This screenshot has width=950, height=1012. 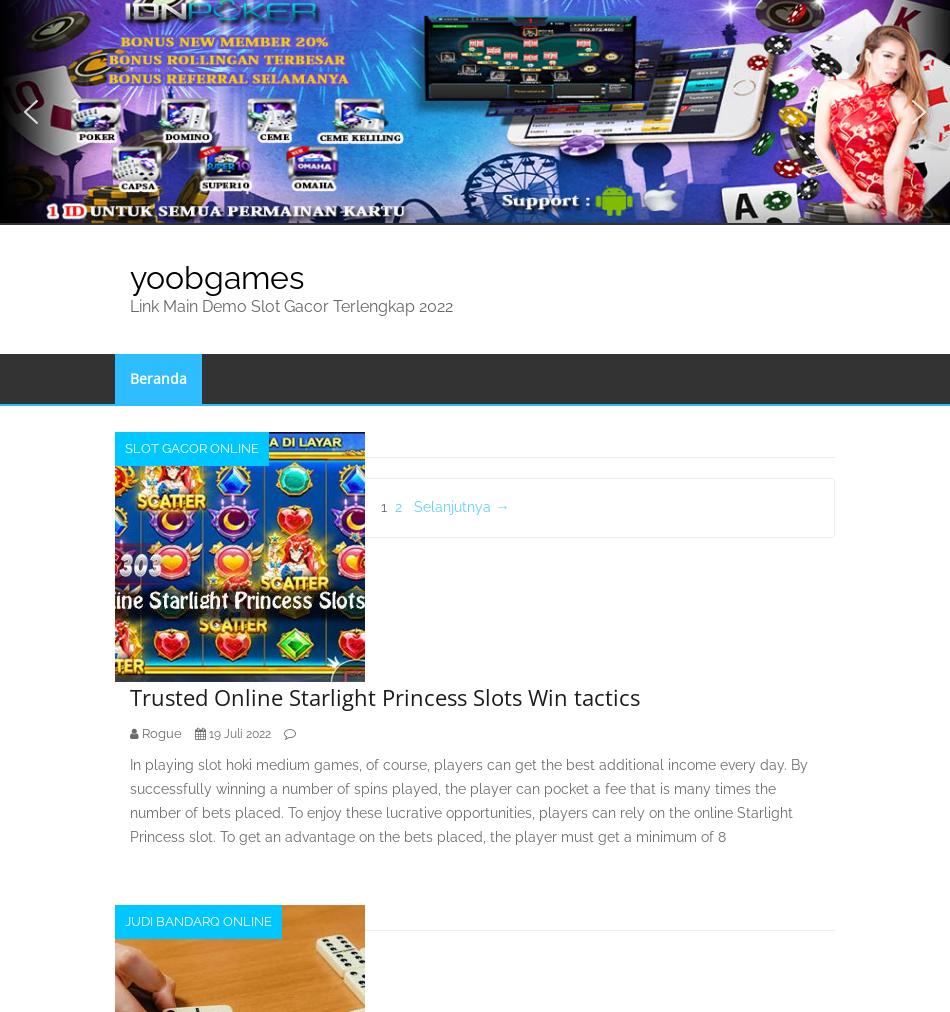 I want to click on 'Trusted Online Starlight Princess Slots Win tactics', so click(x=129, y=696).